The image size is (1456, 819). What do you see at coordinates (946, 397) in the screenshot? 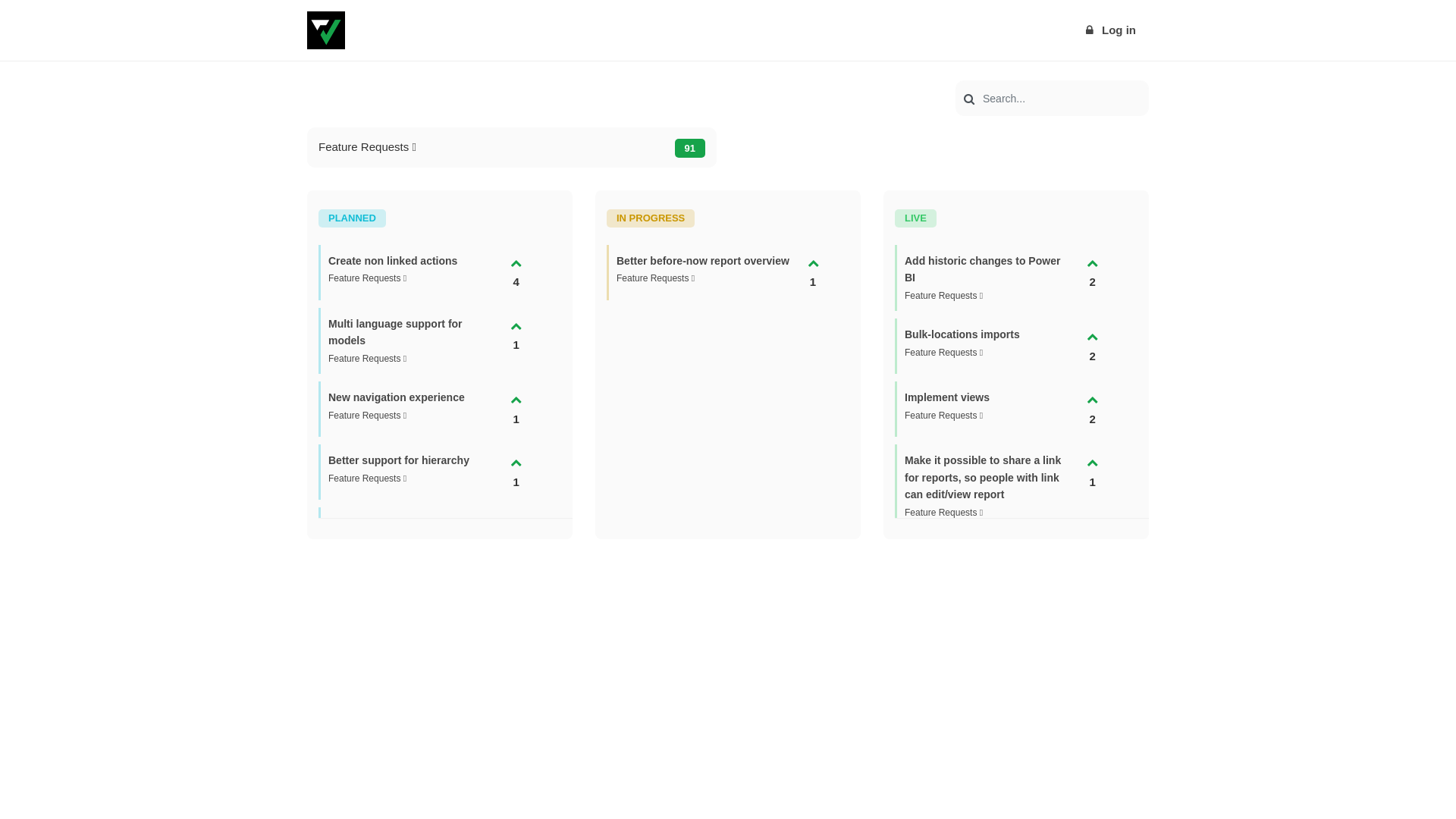
I see `'Implement views'` at bounding box center [946, 397].